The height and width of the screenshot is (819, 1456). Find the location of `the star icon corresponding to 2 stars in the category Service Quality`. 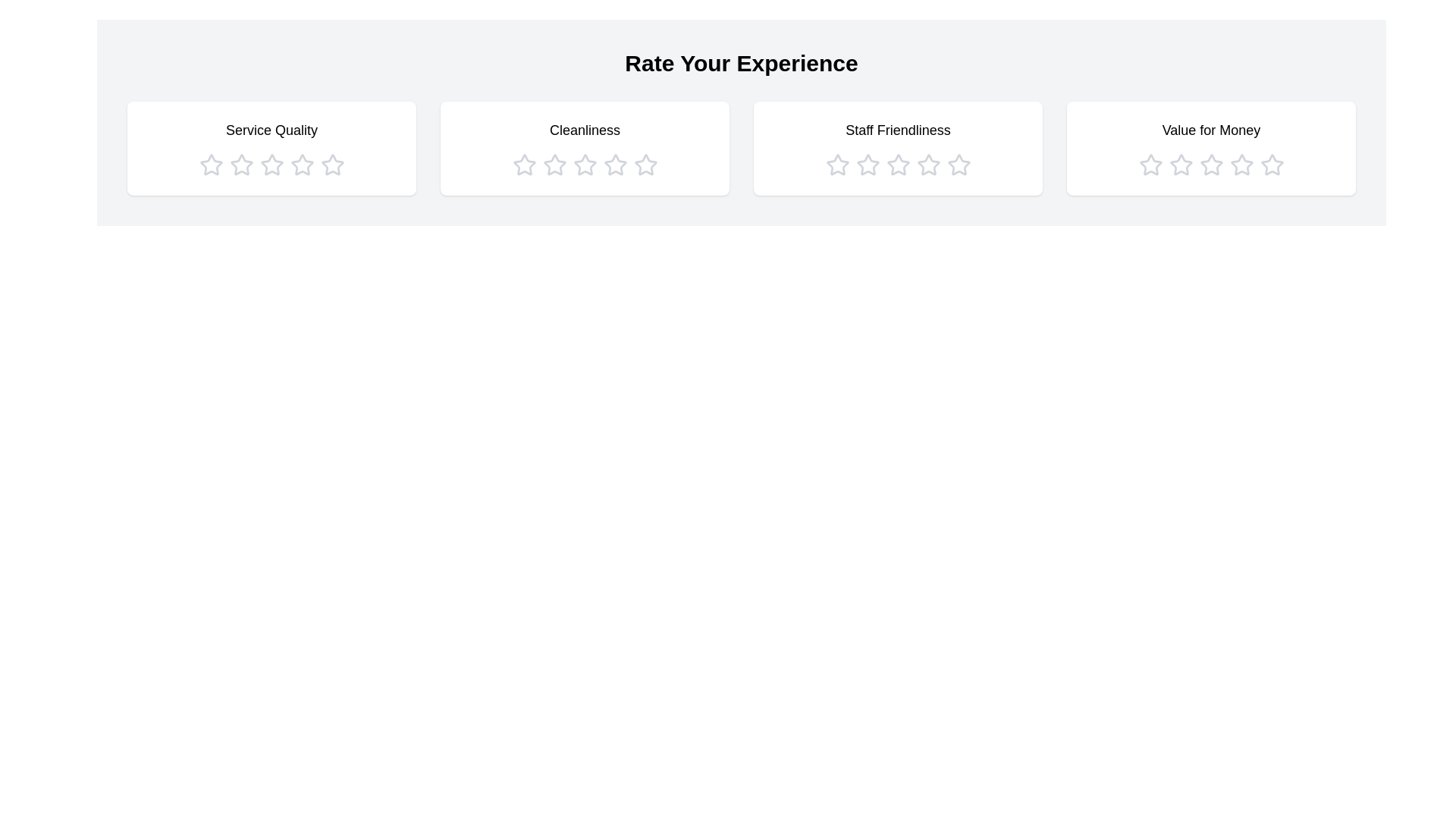

the star icon corresponding to 2 stars in the category Service Quality is located at coordinates (240, 165).